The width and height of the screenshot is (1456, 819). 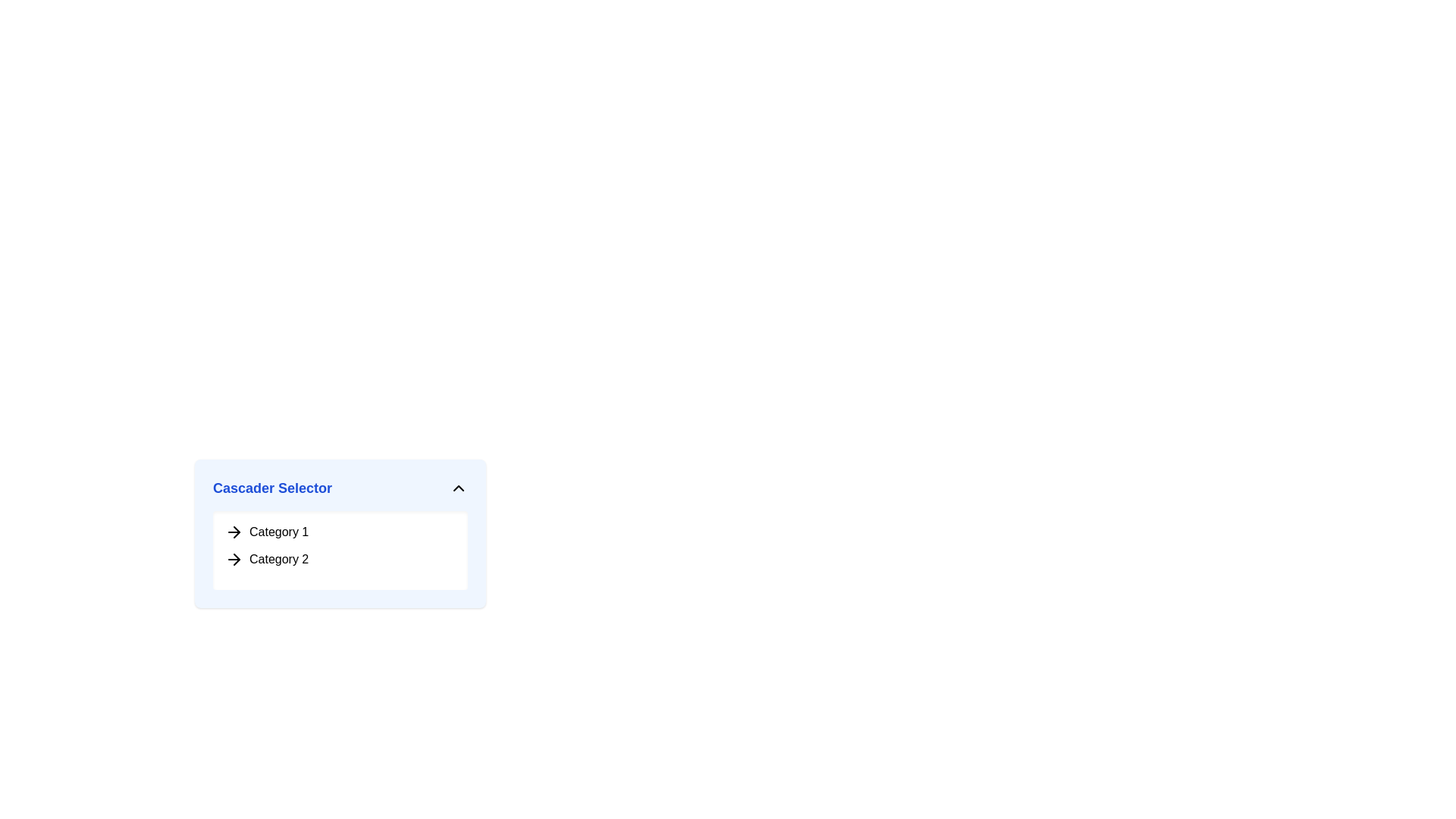 What do you see at coordinates (233, 559) in the screenshot?
I see `keyboard navigation` at bounding box center [233, 559].